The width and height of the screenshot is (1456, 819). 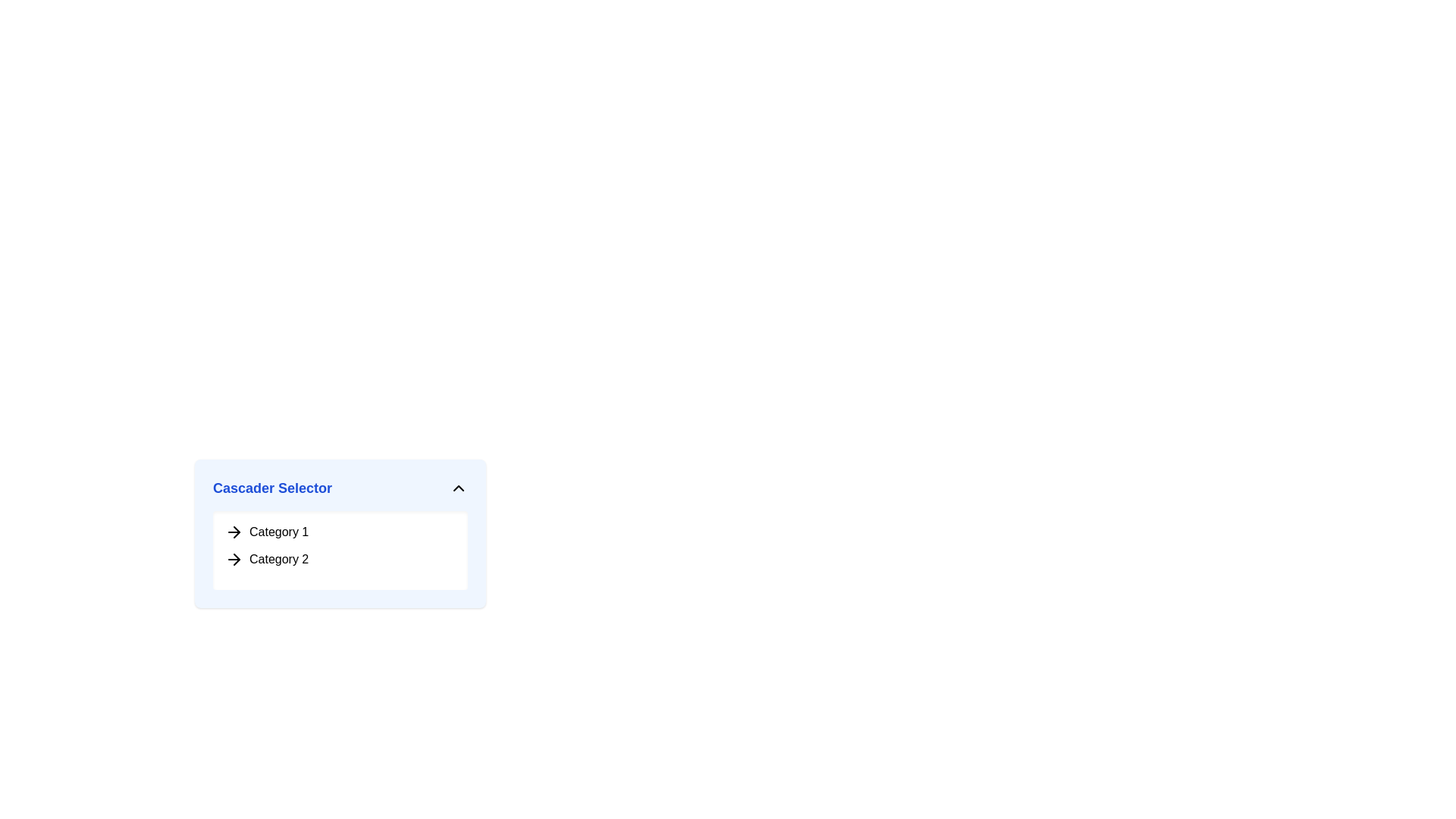 What do you see at coordinates (233, 559) in the screenshot?
I see `keyboard navigation` at bounding box center [233, 559].